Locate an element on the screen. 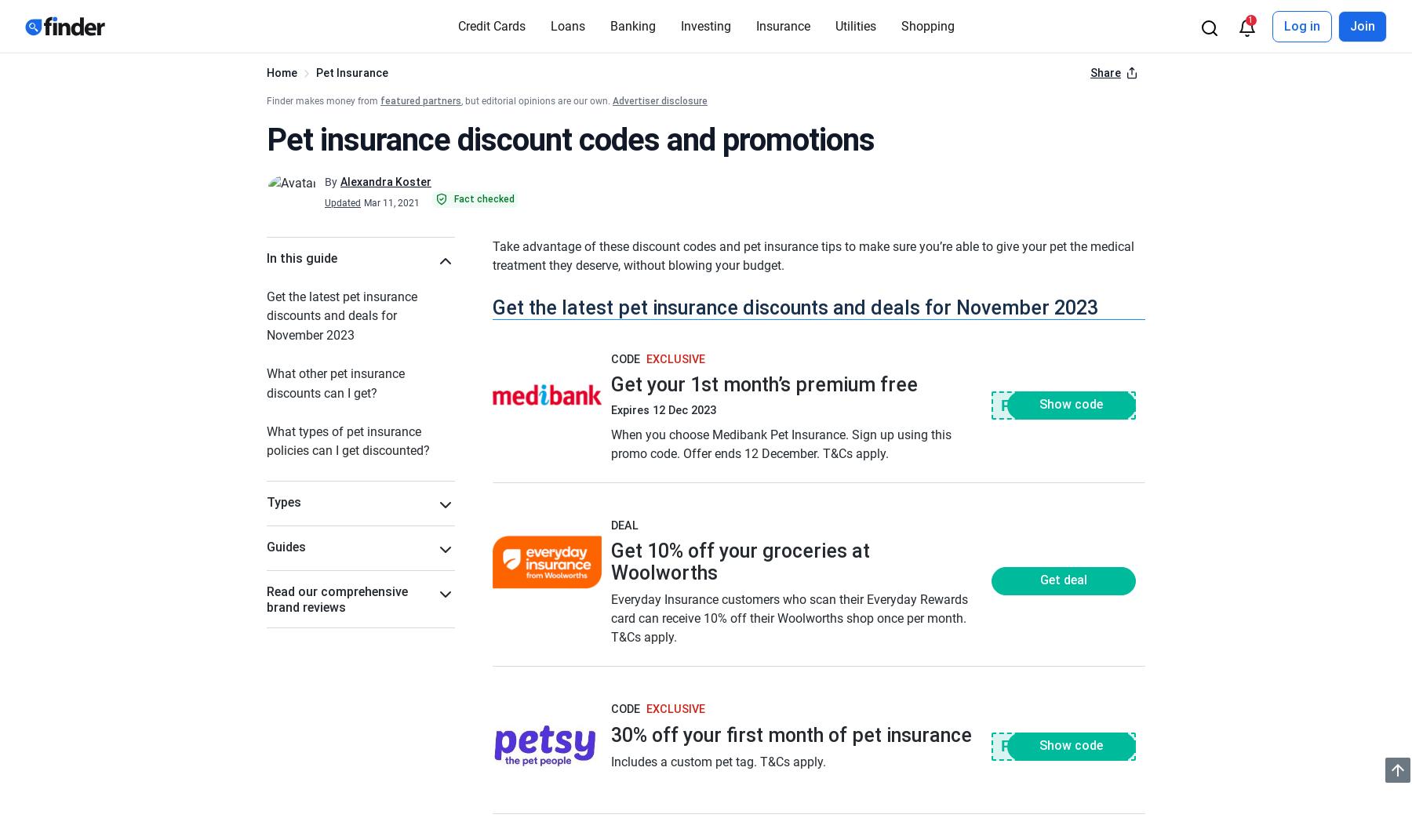  'featured partners' is located at coordinates (420, 100).